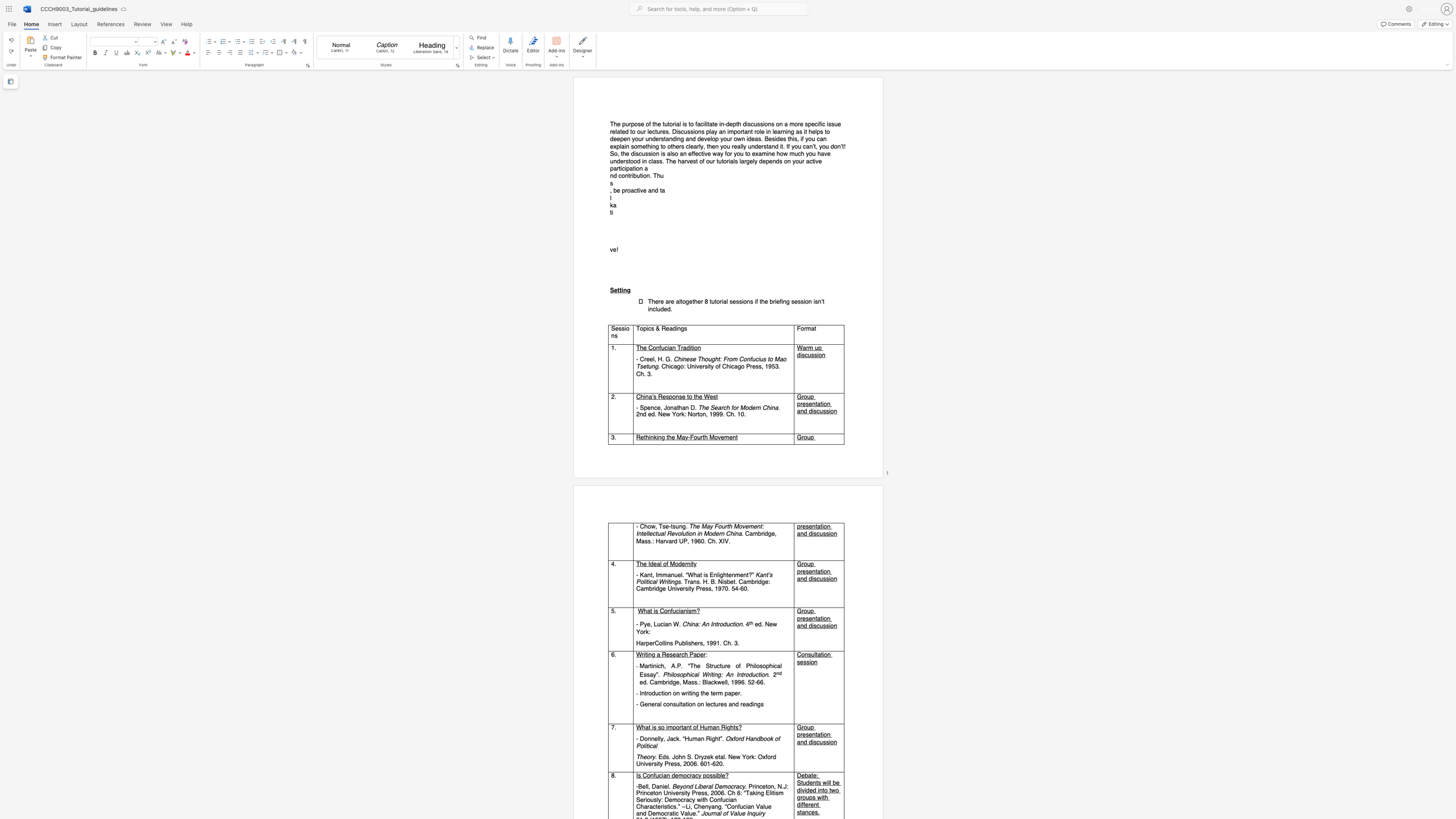 The height and width of the screenshot is (819, 1456). What do you see at coordinates (610, 190) in the screenshot?
I see `the subset text ", be proactive a" within the text ", be proactive and ta"` at bounding box center [610, 190].